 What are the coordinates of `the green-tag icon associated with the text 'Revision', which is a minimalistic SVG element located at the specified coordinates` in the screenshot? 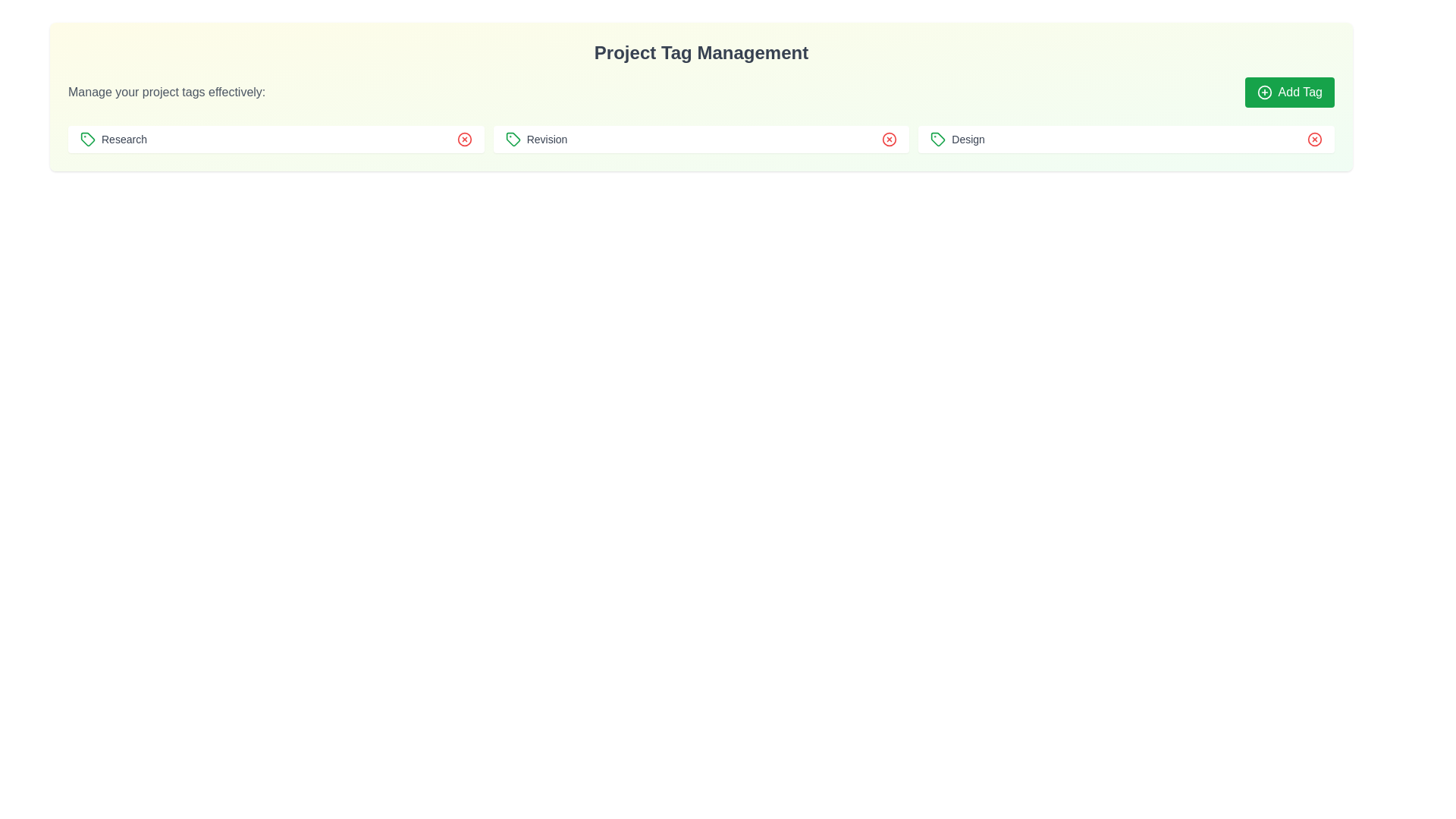 It's located at (513, 140).